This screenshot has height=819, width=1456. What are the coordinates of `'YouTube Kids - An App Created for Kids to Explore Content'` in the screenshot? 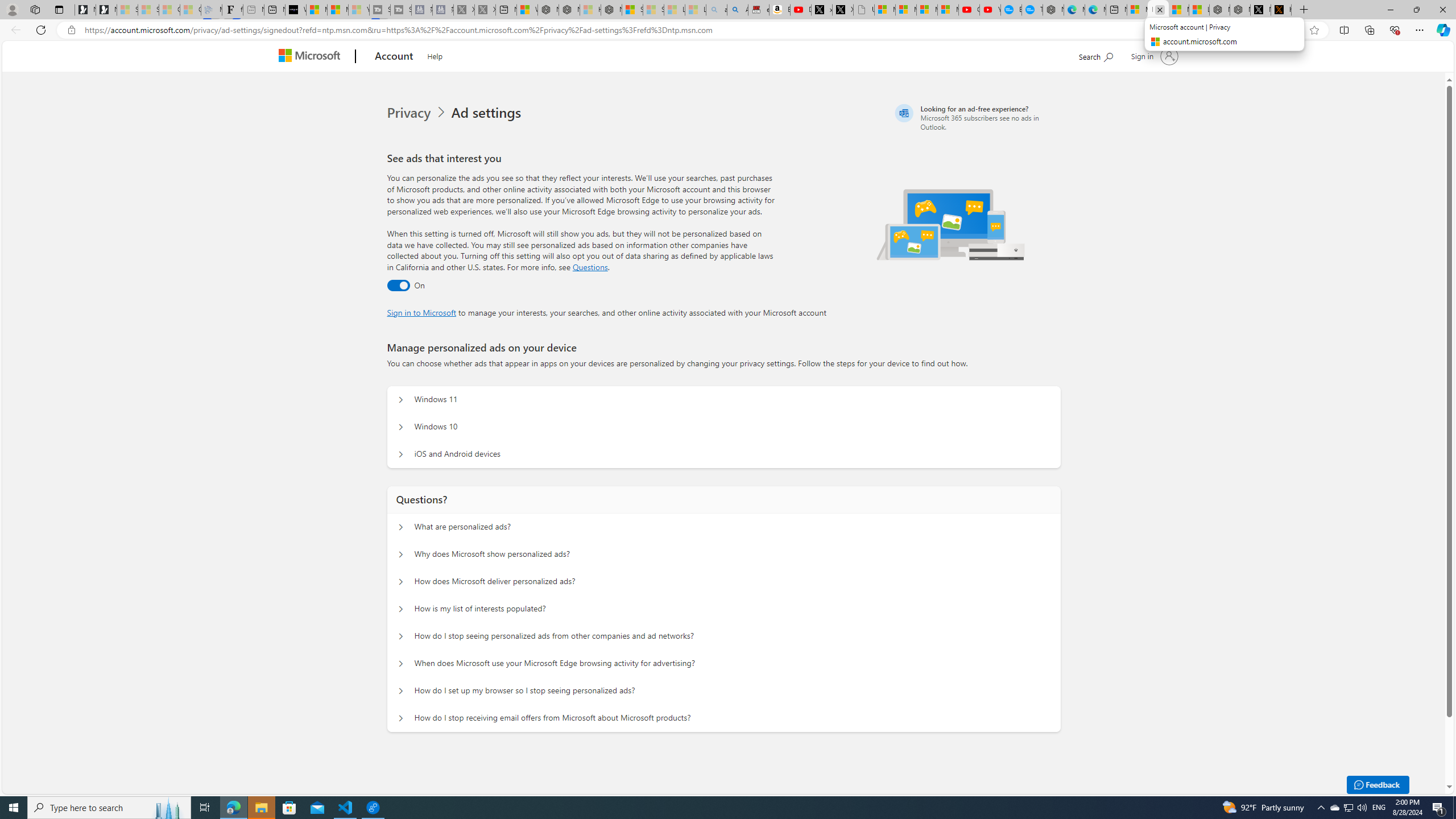 It's located at (990, 9).